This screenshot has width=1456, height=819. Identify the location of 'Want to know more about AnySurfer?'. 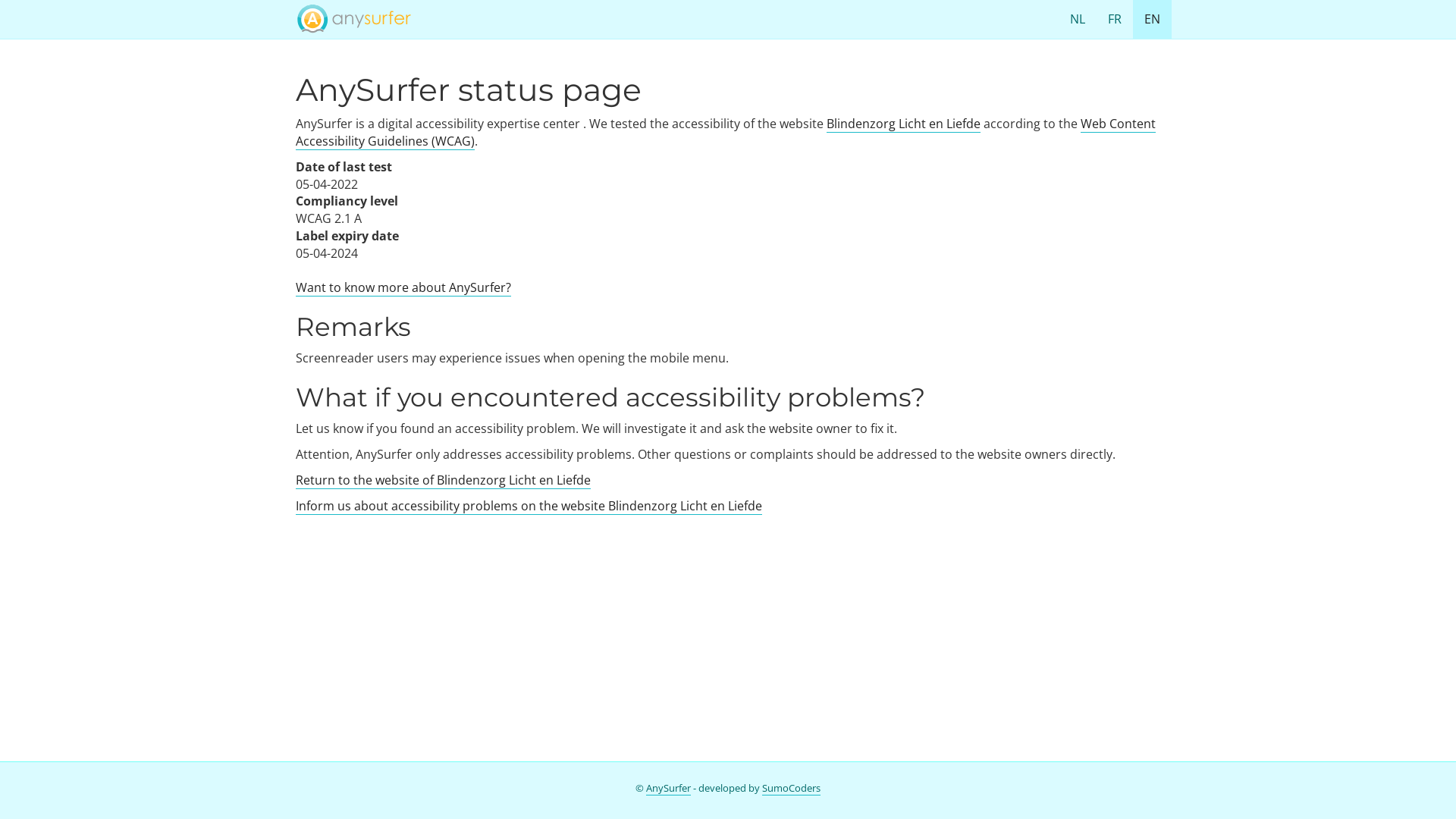
(403, 287).